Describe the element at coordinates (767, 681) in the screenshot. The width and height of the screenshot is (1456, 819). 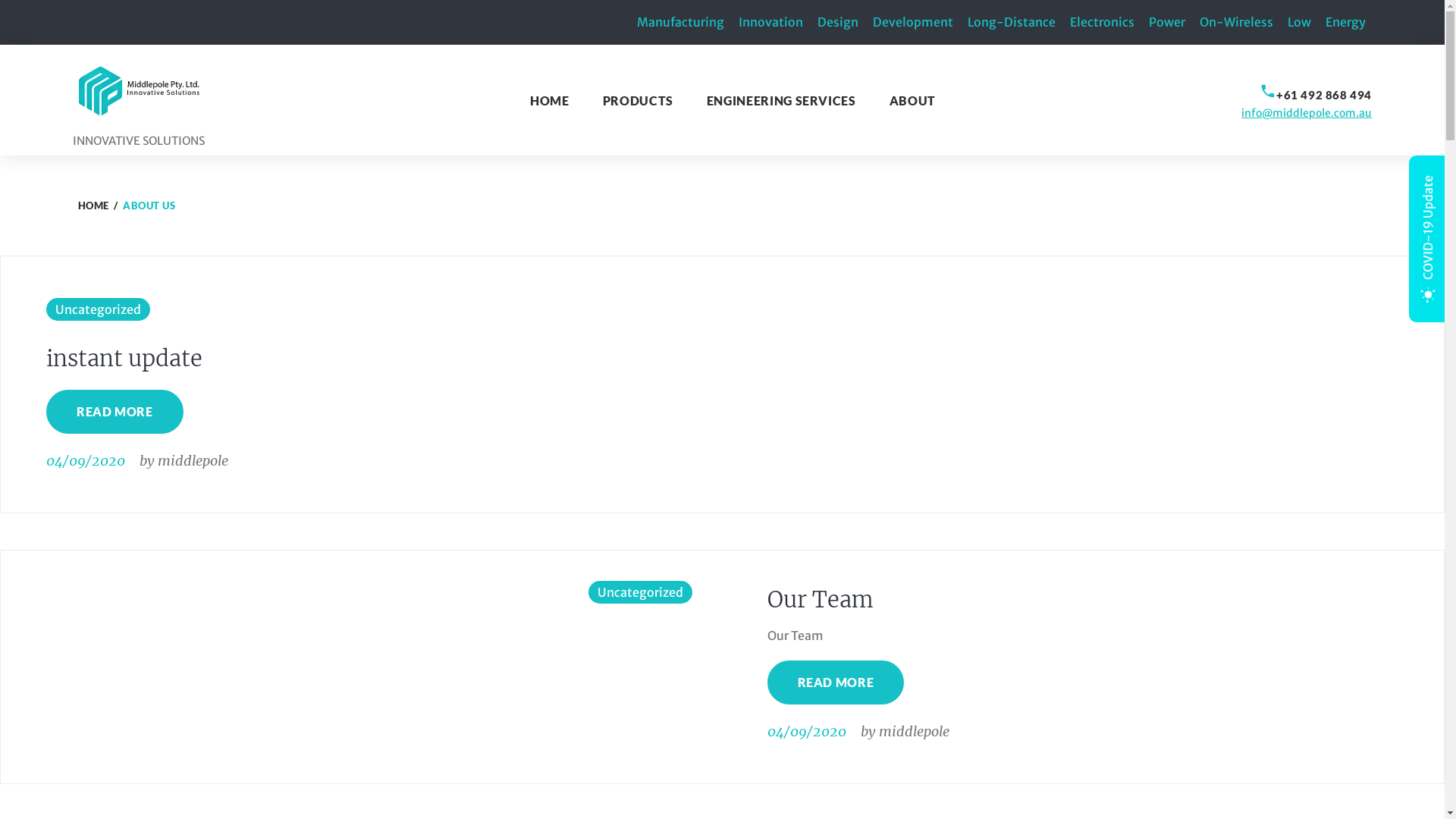
I see `'READ MORE'` at that location.